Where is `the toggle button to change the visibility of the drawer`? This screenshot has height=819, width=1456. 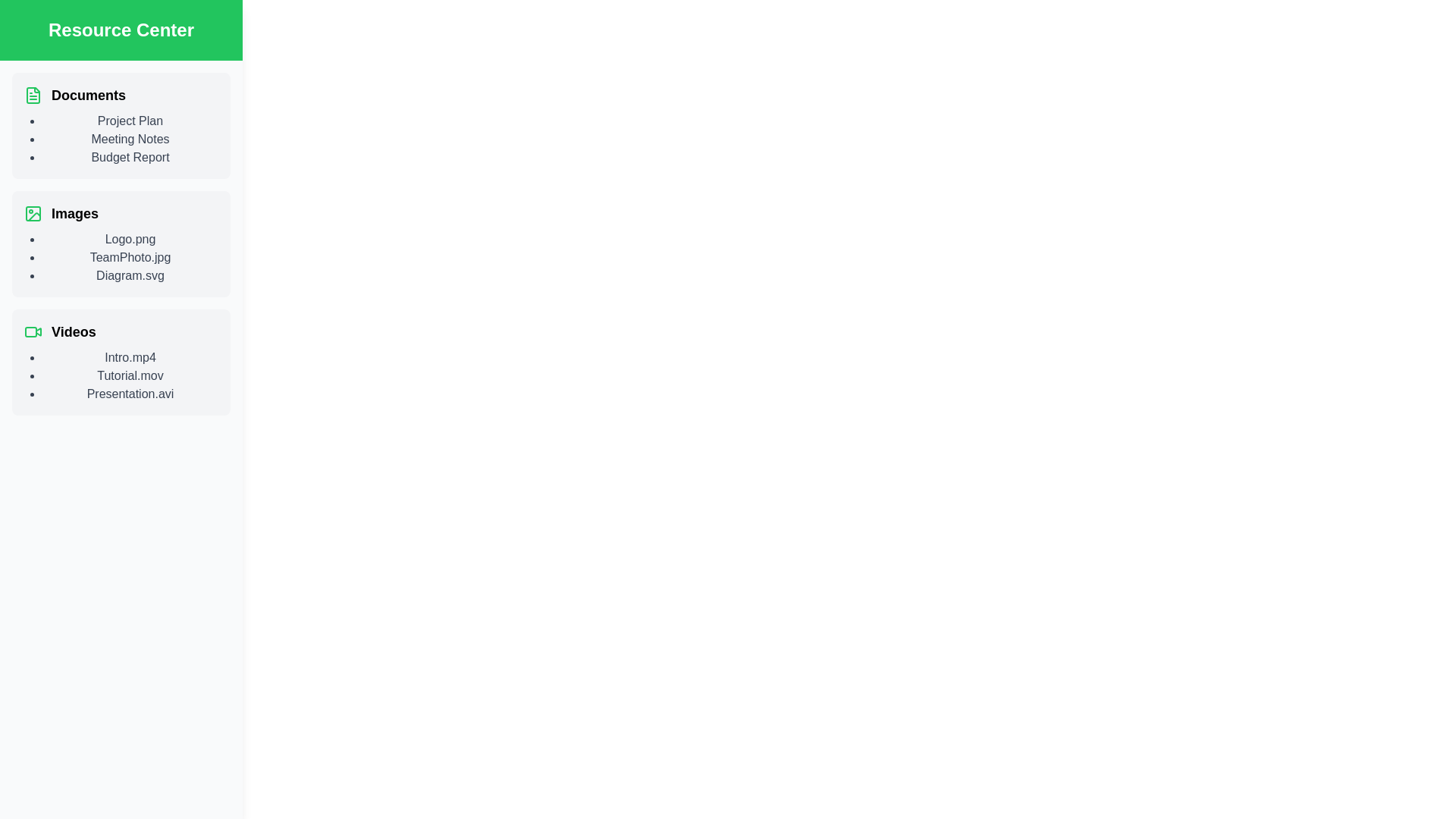 the toggle button to change the visibility of the drawer is located at coordinates (30, 30).